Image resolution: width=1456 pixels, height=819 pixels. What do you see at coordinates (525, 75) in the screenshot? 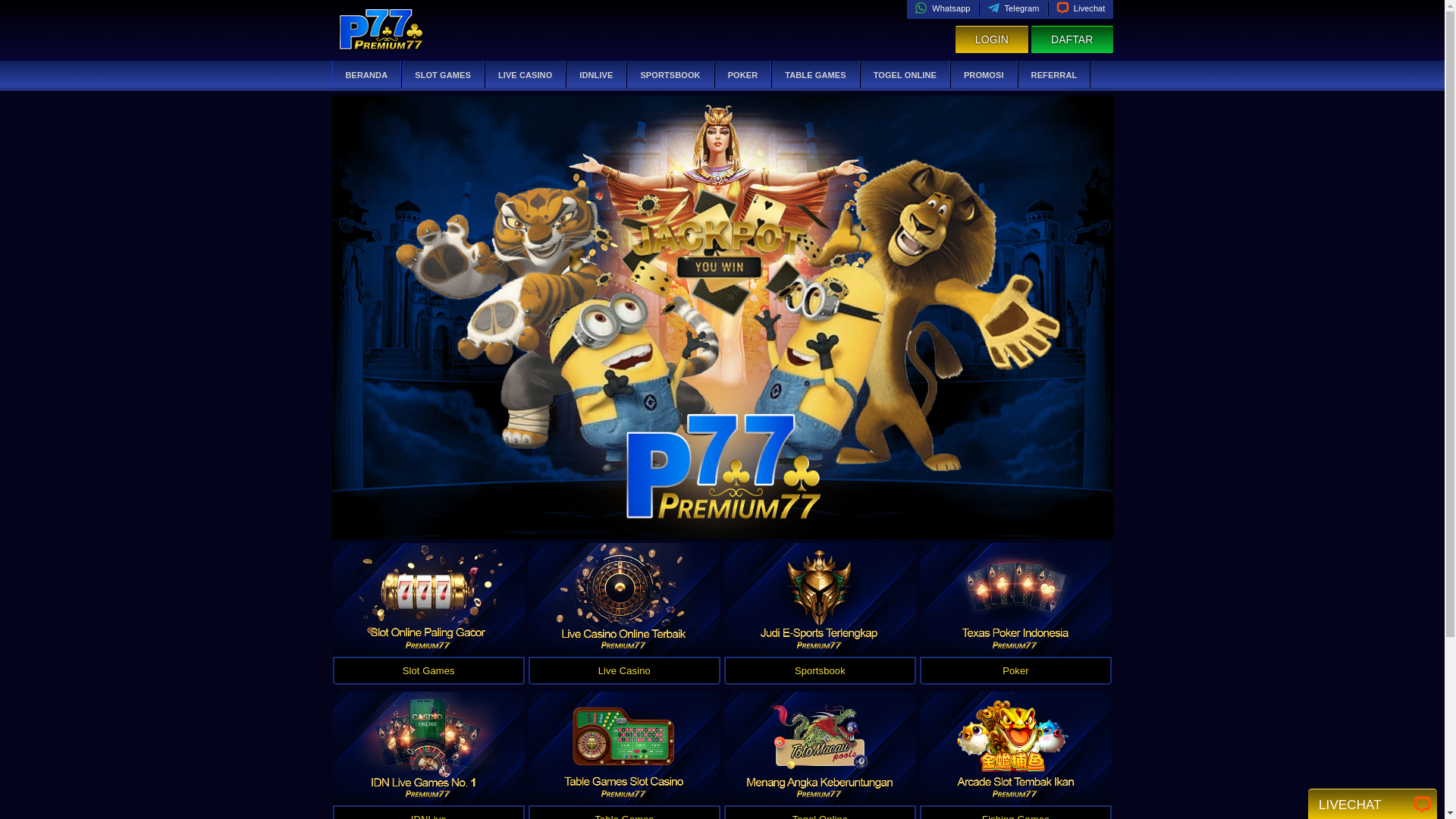
I see `'LIVE CASINO'` at bounding box center [525, 75].